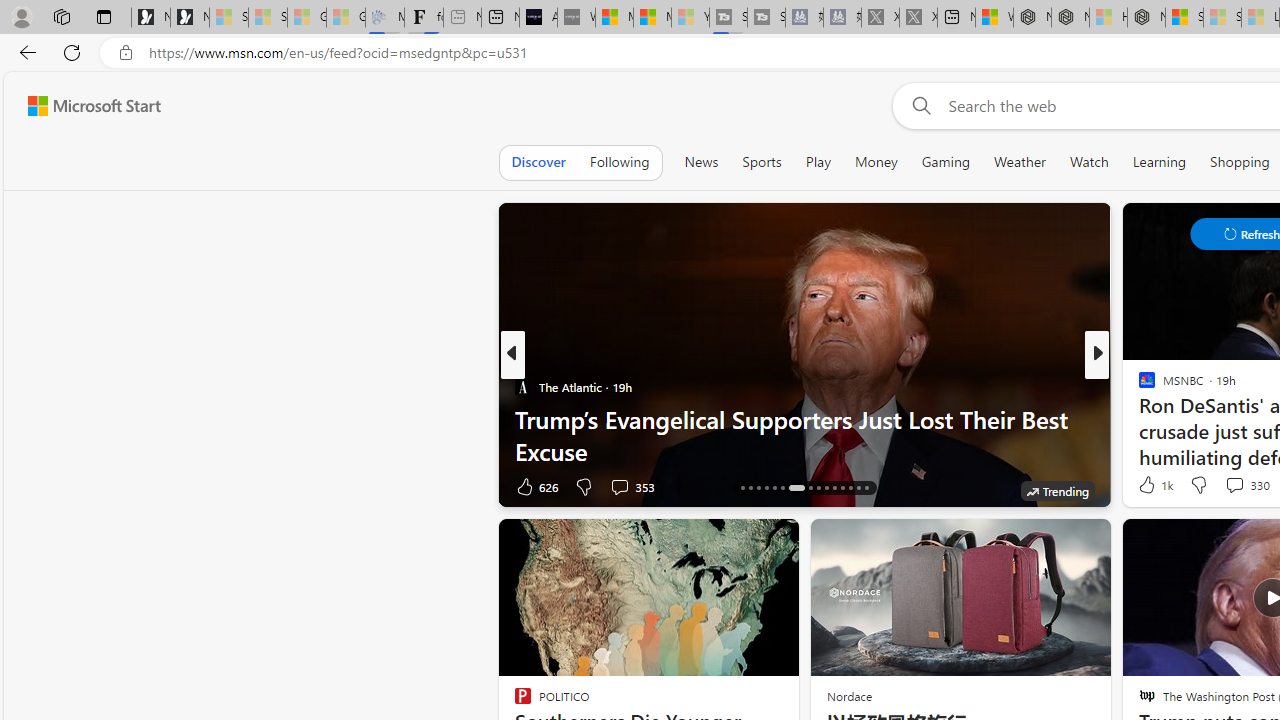 This screenshot has height=720, width=1280. Describe the element at coordinates (1234, 486) in the screenshot. I see `'View comments 96 Comment'` at that location.